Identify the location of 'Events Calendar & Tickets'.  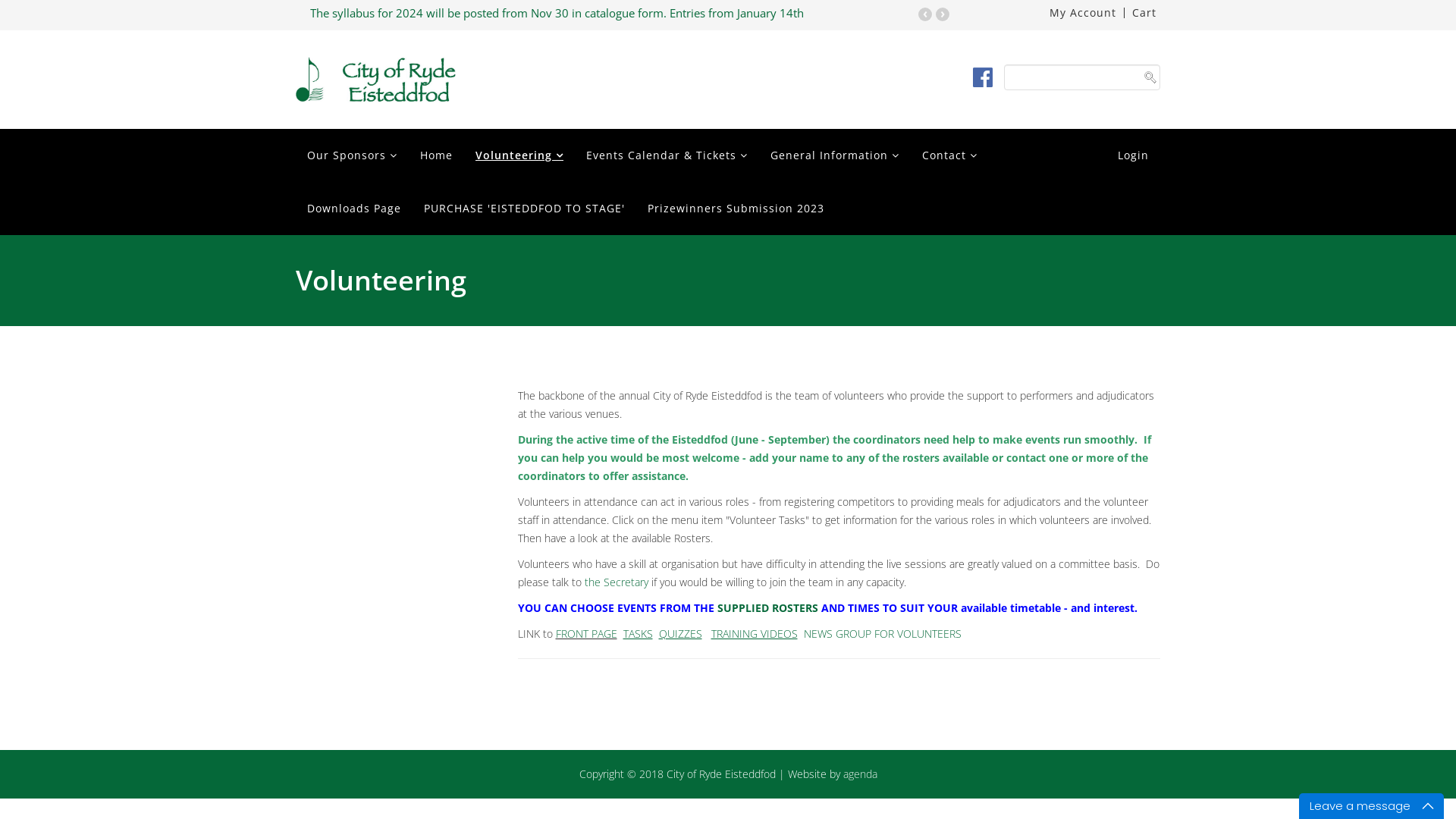
(574, 155).